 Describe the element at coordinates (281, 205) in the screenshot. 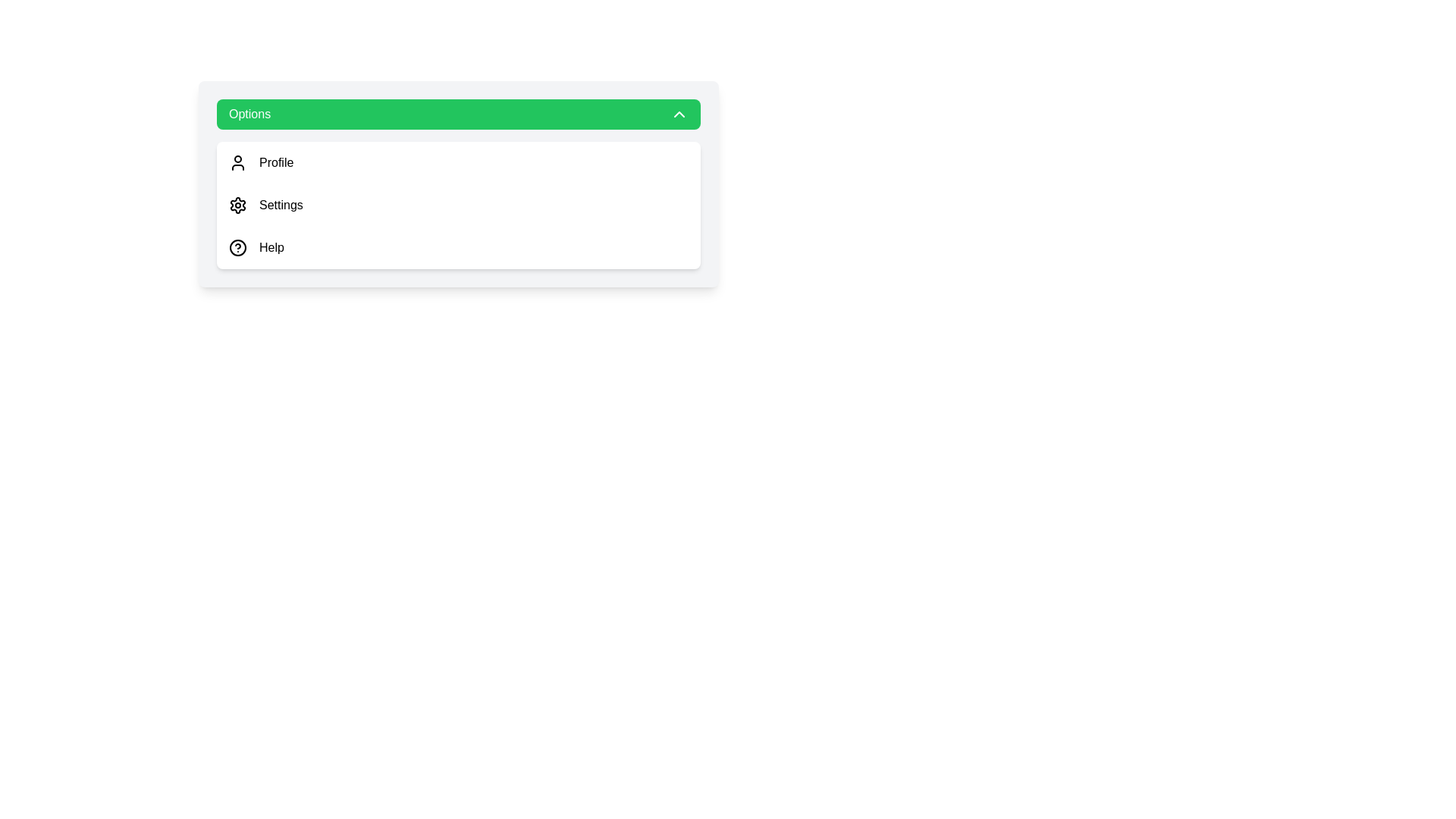

I see `the text label or button that serves as a navigation option for the settings page, located between 'Profile' and 'Help'` at that location.